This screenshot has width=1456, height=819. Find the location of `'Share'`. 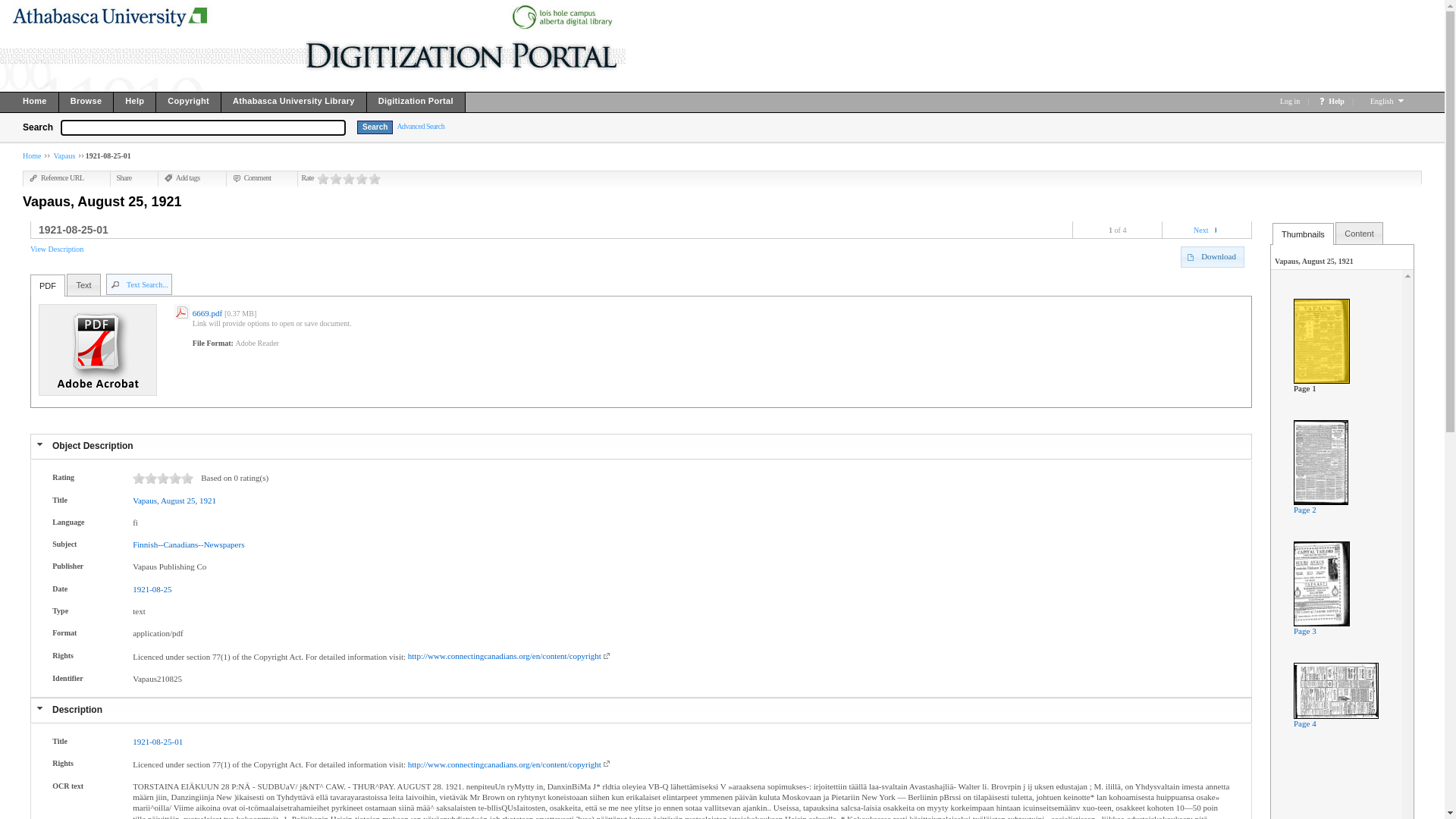

'Share' is located at coordinates (124, 177).